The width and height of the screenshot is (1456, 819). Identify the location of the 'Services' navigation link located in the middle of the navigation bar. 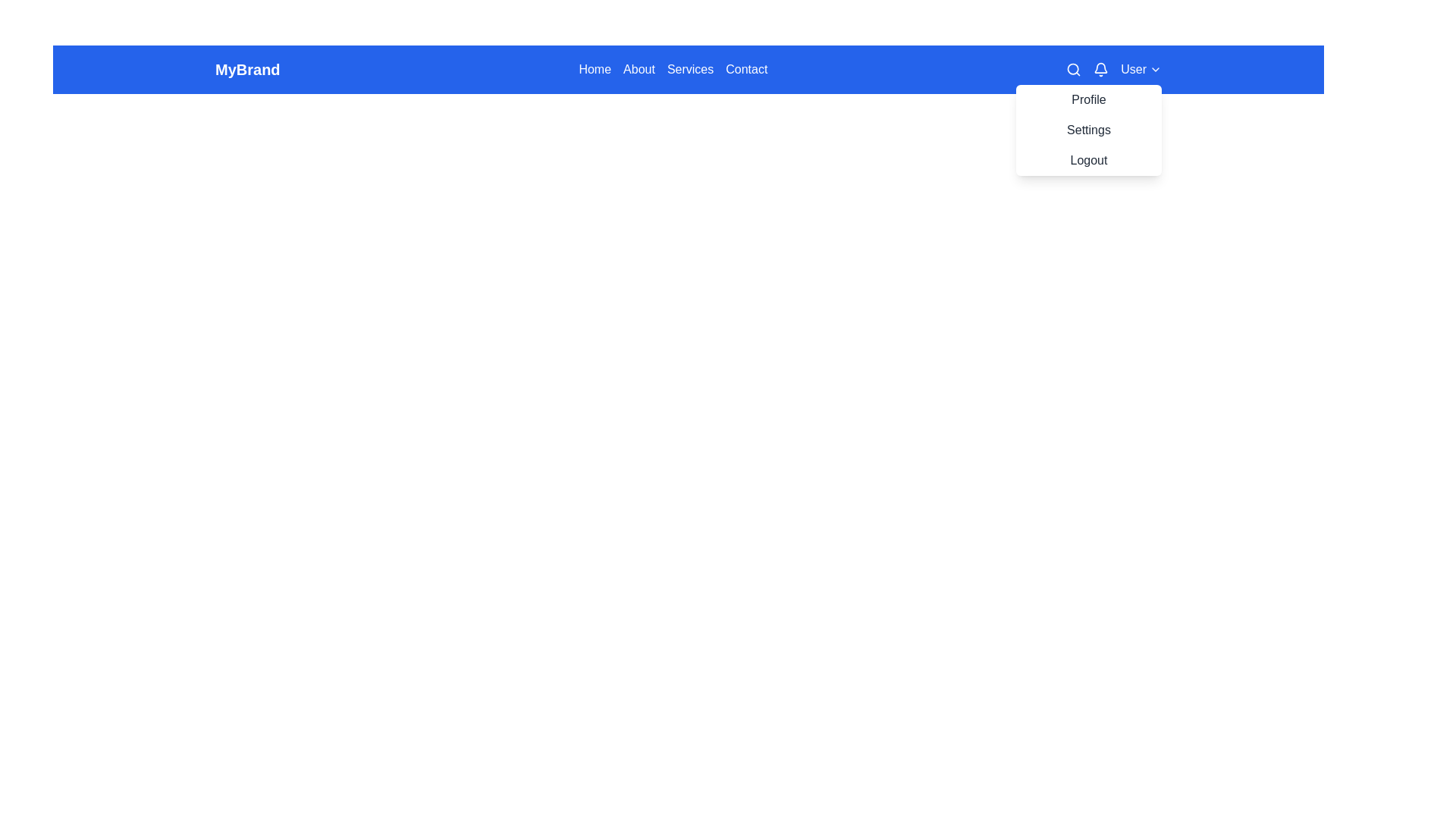
(687, 70).